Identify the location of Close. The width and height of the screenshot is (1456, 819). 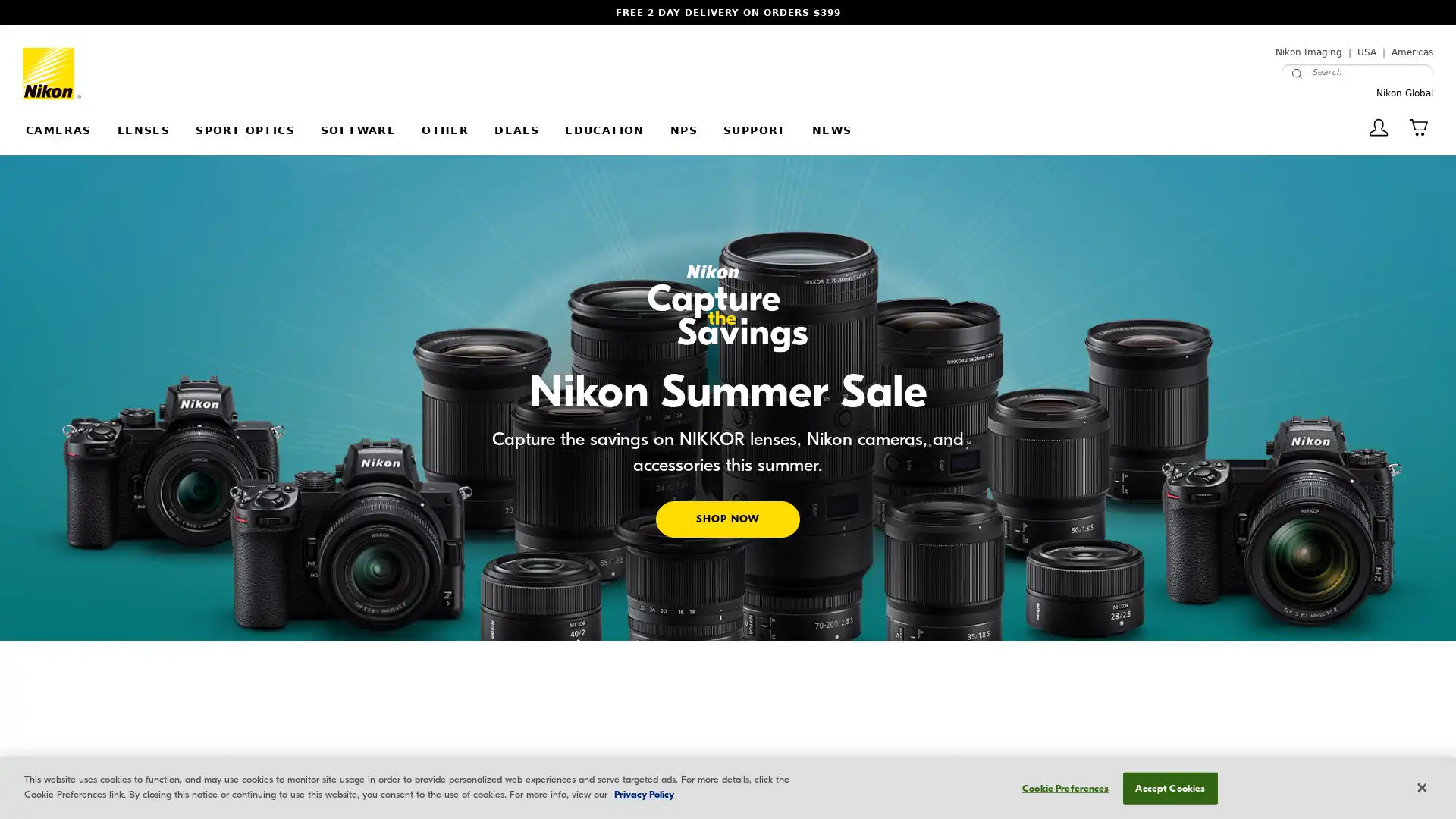
(1420, 786).